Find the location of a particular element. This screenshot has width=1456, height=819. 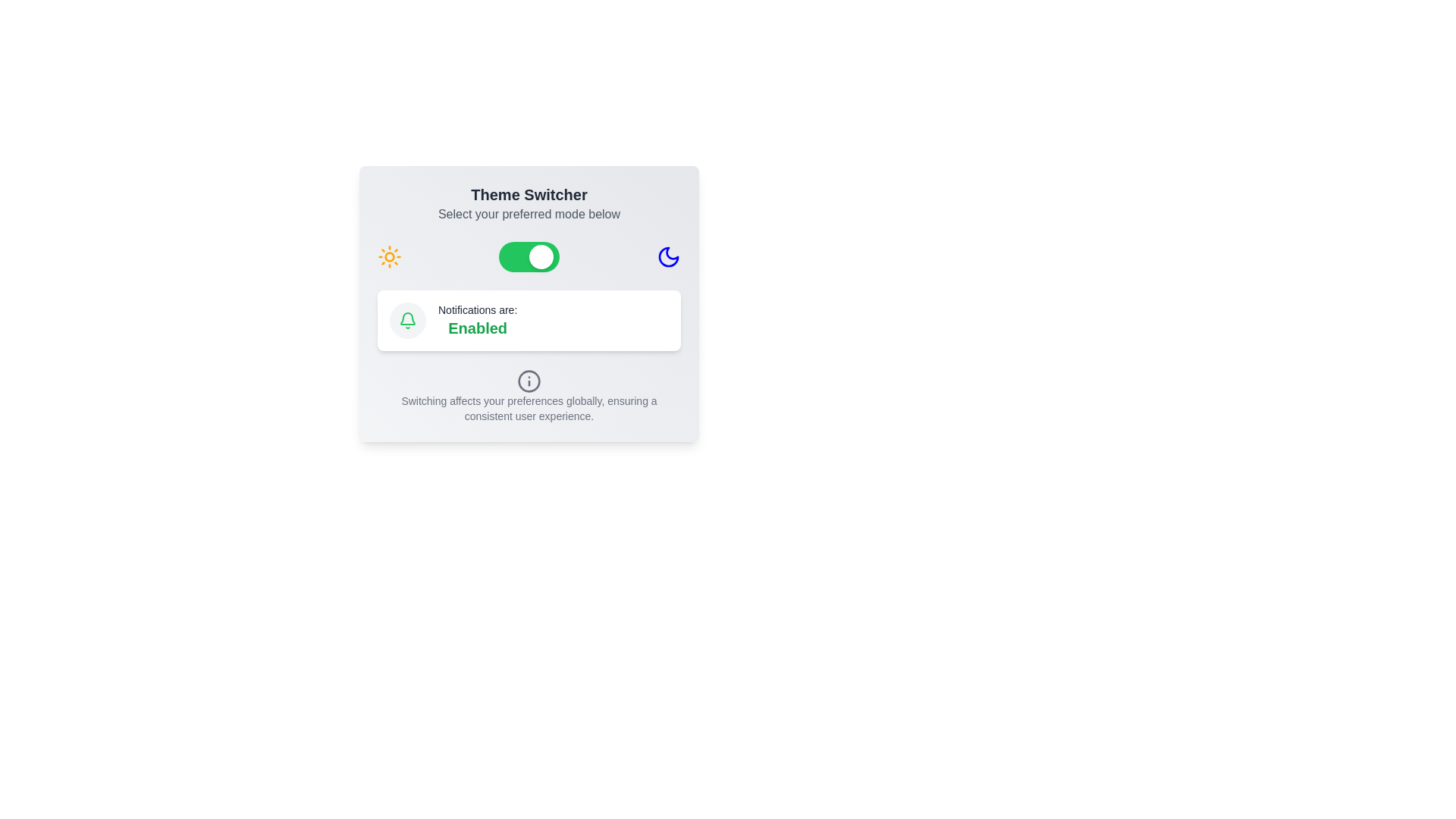

the active bell icon with a green outline, located in the central section of the UI near the 'Notifications are: Enabled' text is located at coordinates (407, 320).